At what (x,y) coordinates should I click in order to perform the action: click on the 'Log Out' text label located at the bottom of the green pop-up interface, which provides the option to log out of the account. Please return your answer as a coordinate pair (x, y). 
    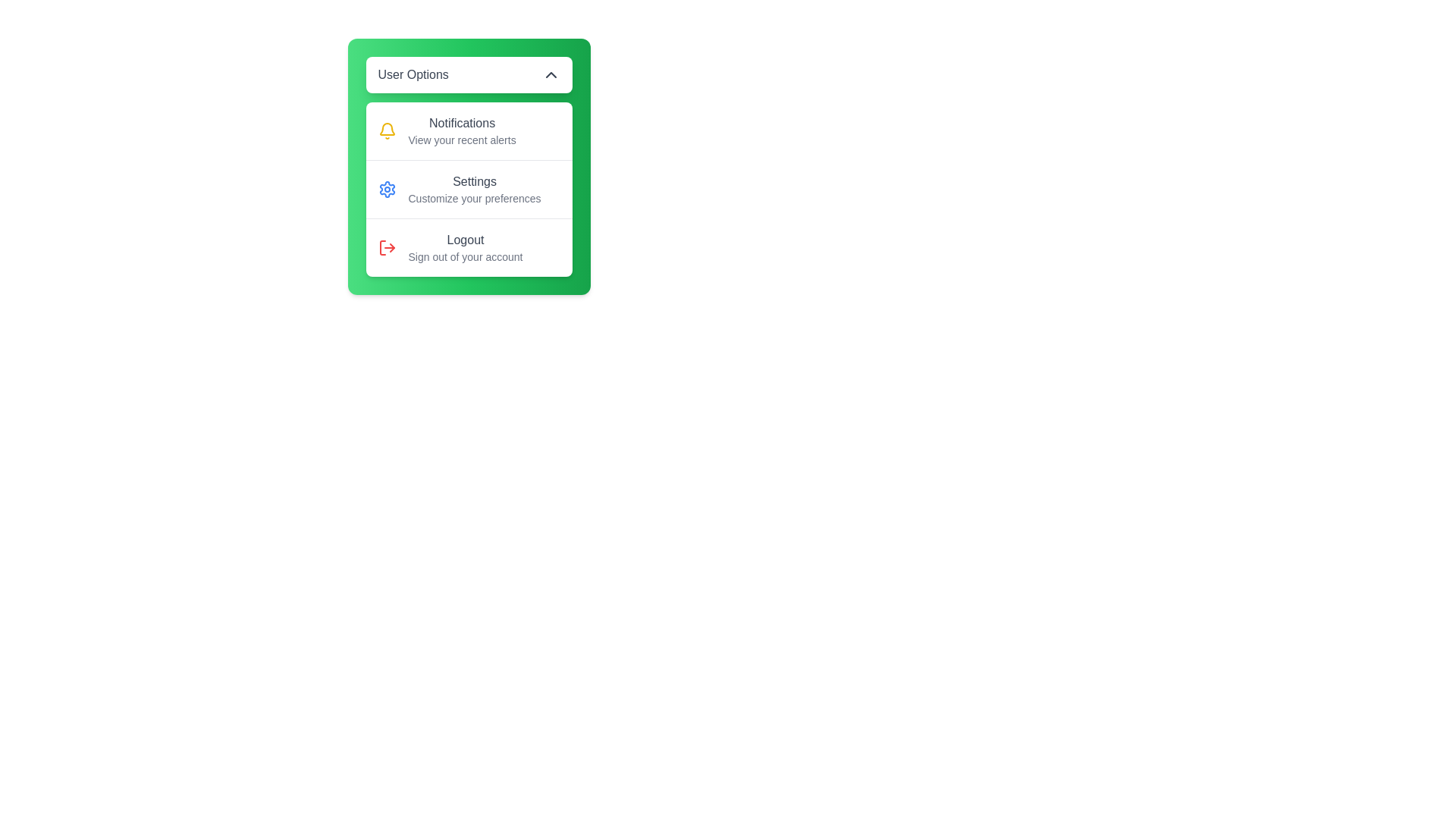
    Looking at the image, I should click on (465, 247).